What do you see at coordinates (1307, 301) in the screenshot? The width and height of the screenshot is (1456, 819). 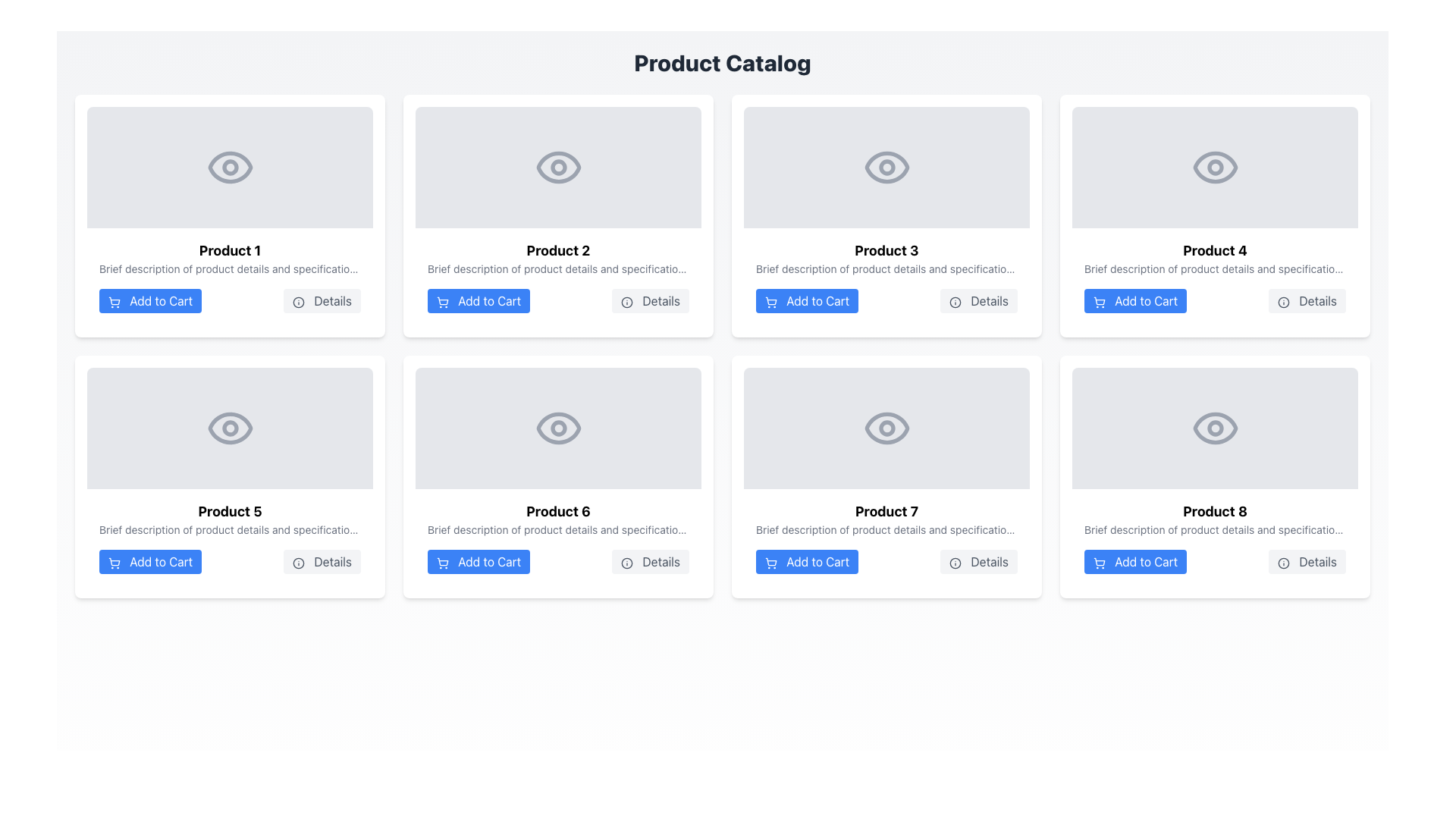 I see `the 'Details' button, which is styled with a light-gray background and darker-gray text, located to the right of the 'Add to Cart' button within the card layout of 'Product 4'` at bounding box center [1307, 301].